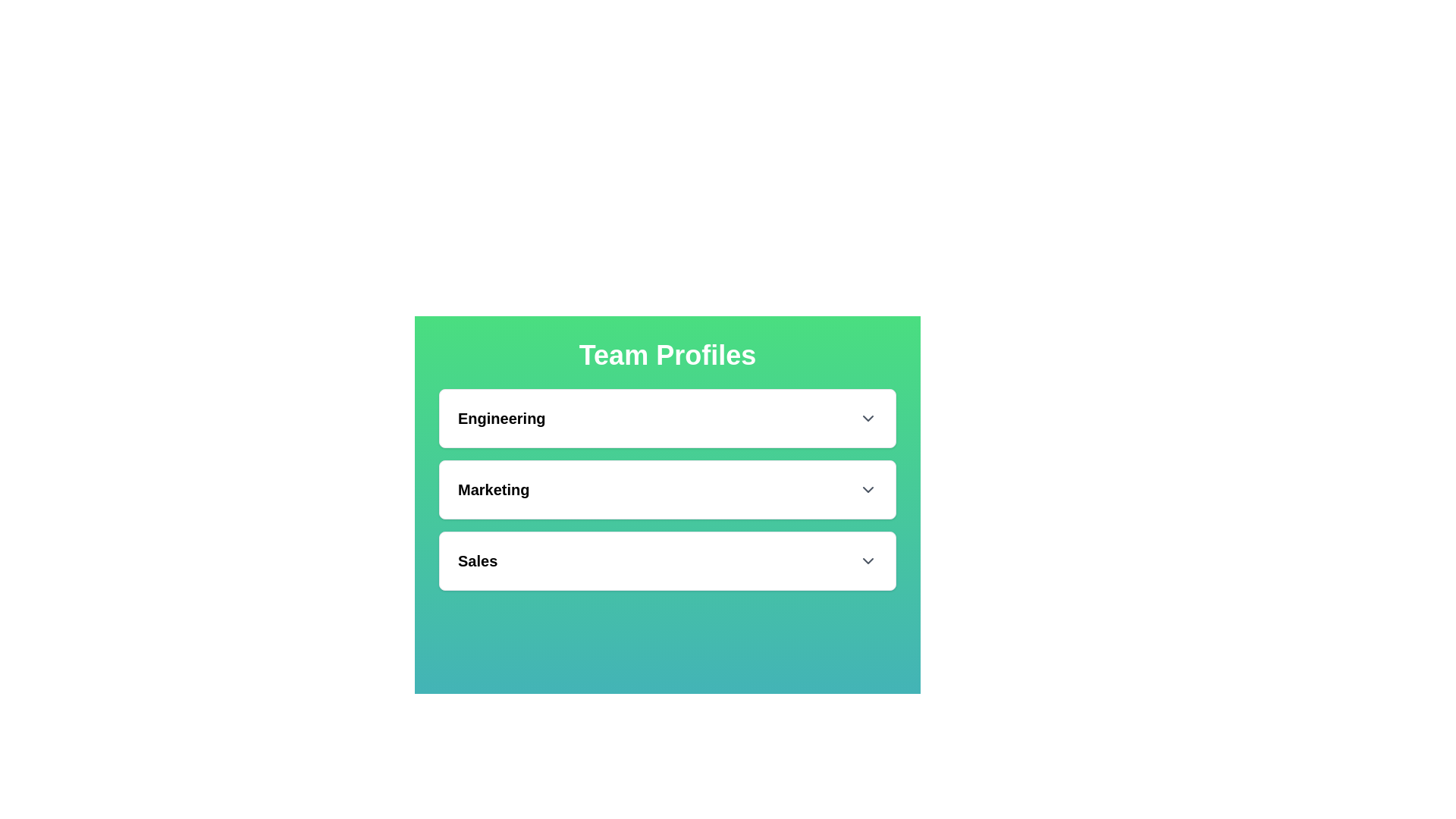 The width and height of the screenshot is (1456, 819). I want to click on the 'Engineering' dropdown menu item, so click(667, 418).